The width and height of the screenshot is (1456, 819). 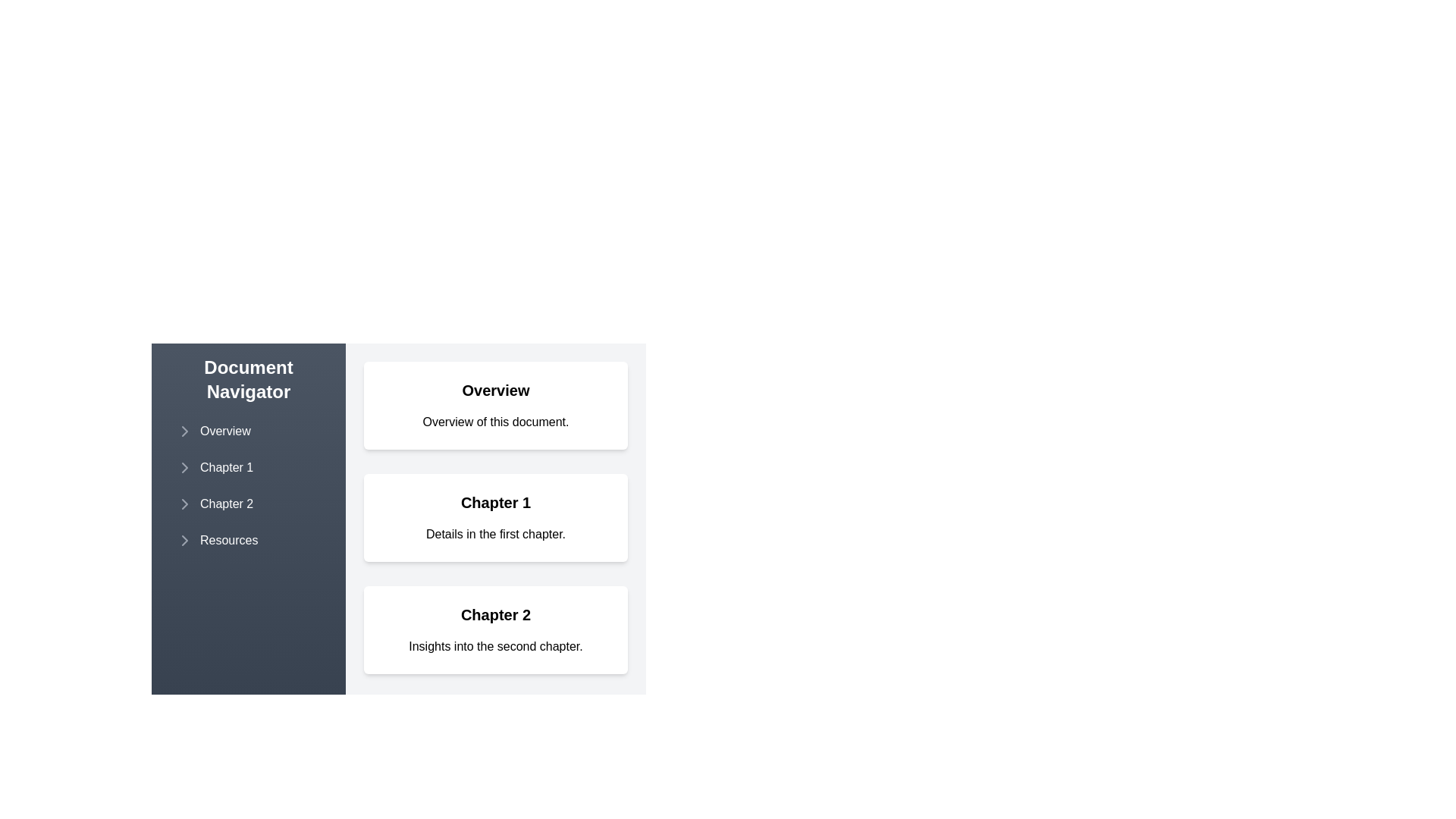 I want to click on the right-pointing arrow icon adjacent to 'Chapter 1' in the vertical navigation menu, so click(x=184, y=467).